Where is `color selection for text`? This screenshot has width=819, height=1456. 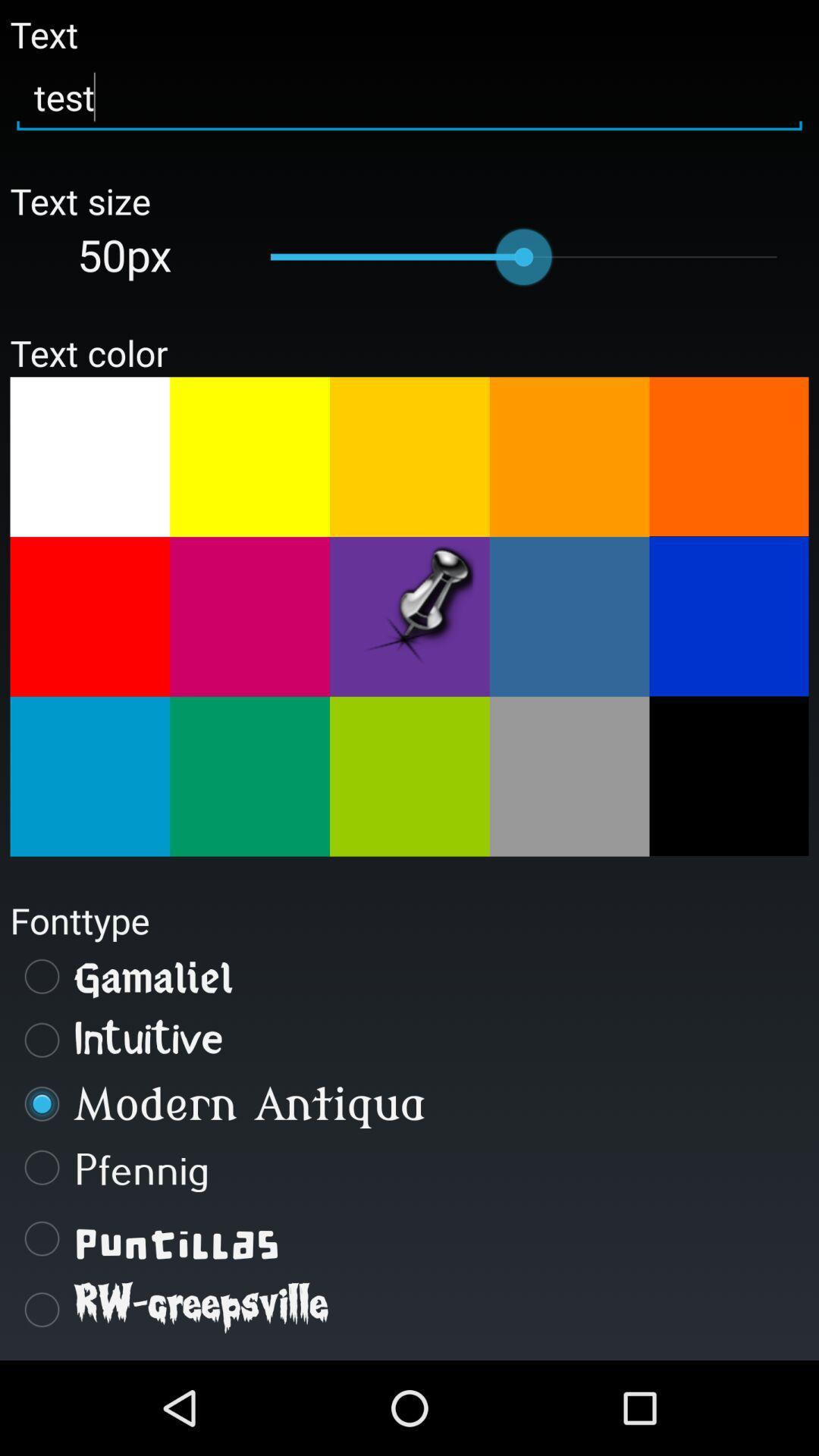
color selection for text is located at coordinates (249, 456).